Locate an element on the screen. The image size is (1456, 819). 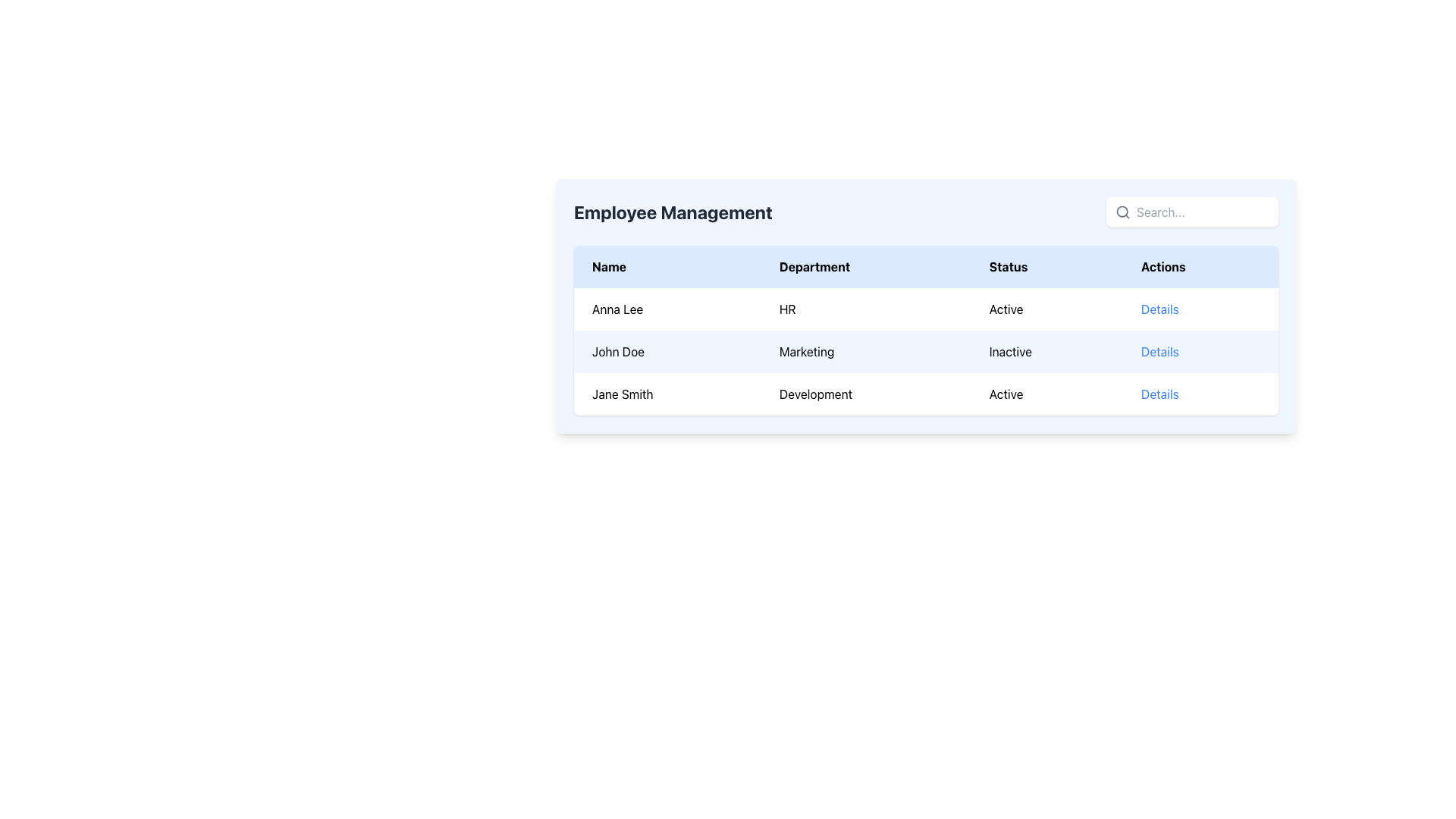
the 'Details' link in the Actions column of the second row corresponding to the 'John Doe' entry is located at coordinates (1159, 351).